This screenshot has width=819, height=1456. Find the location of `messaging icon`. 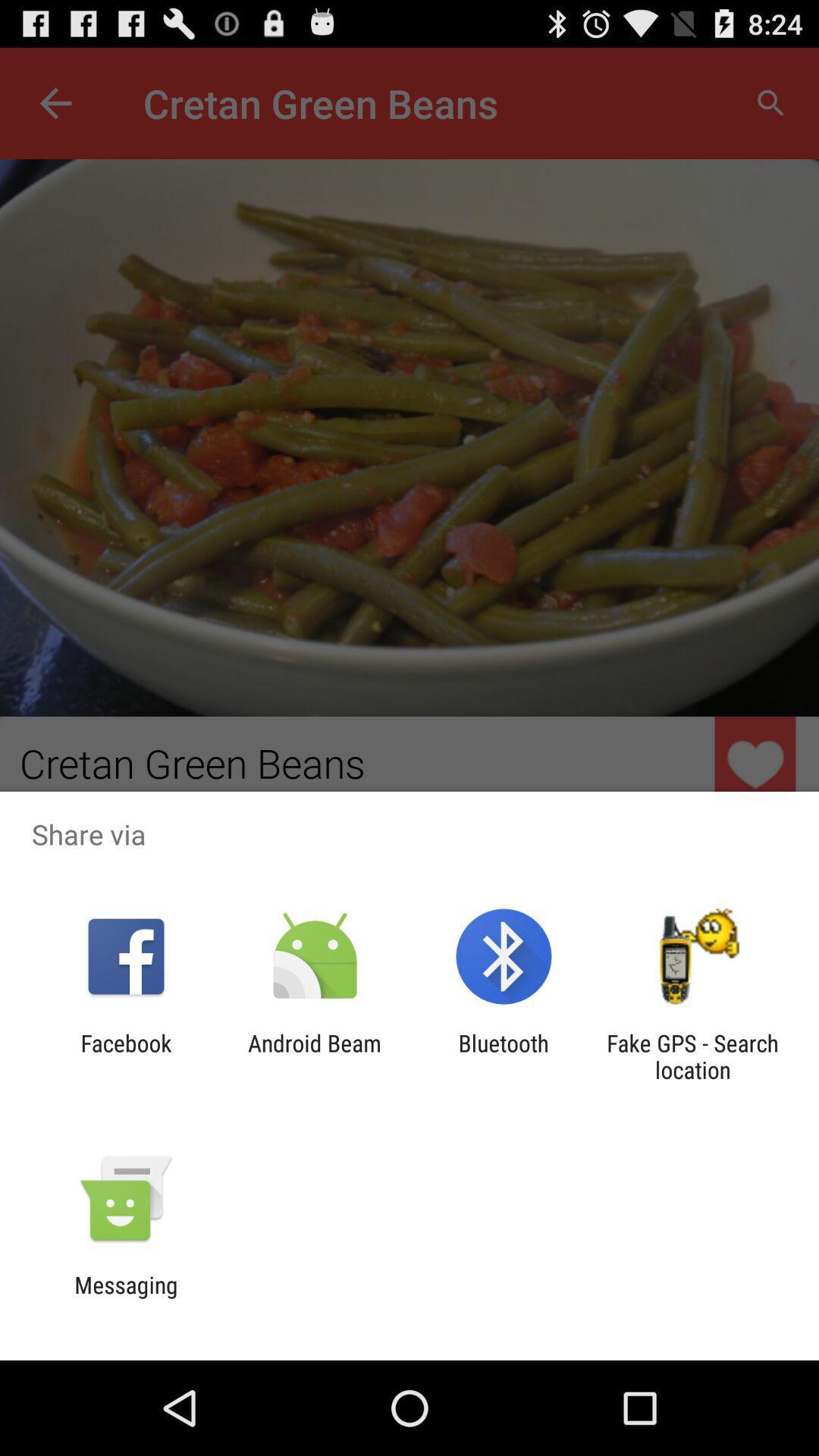

messaging icon is located at coordinates (125, 1298).